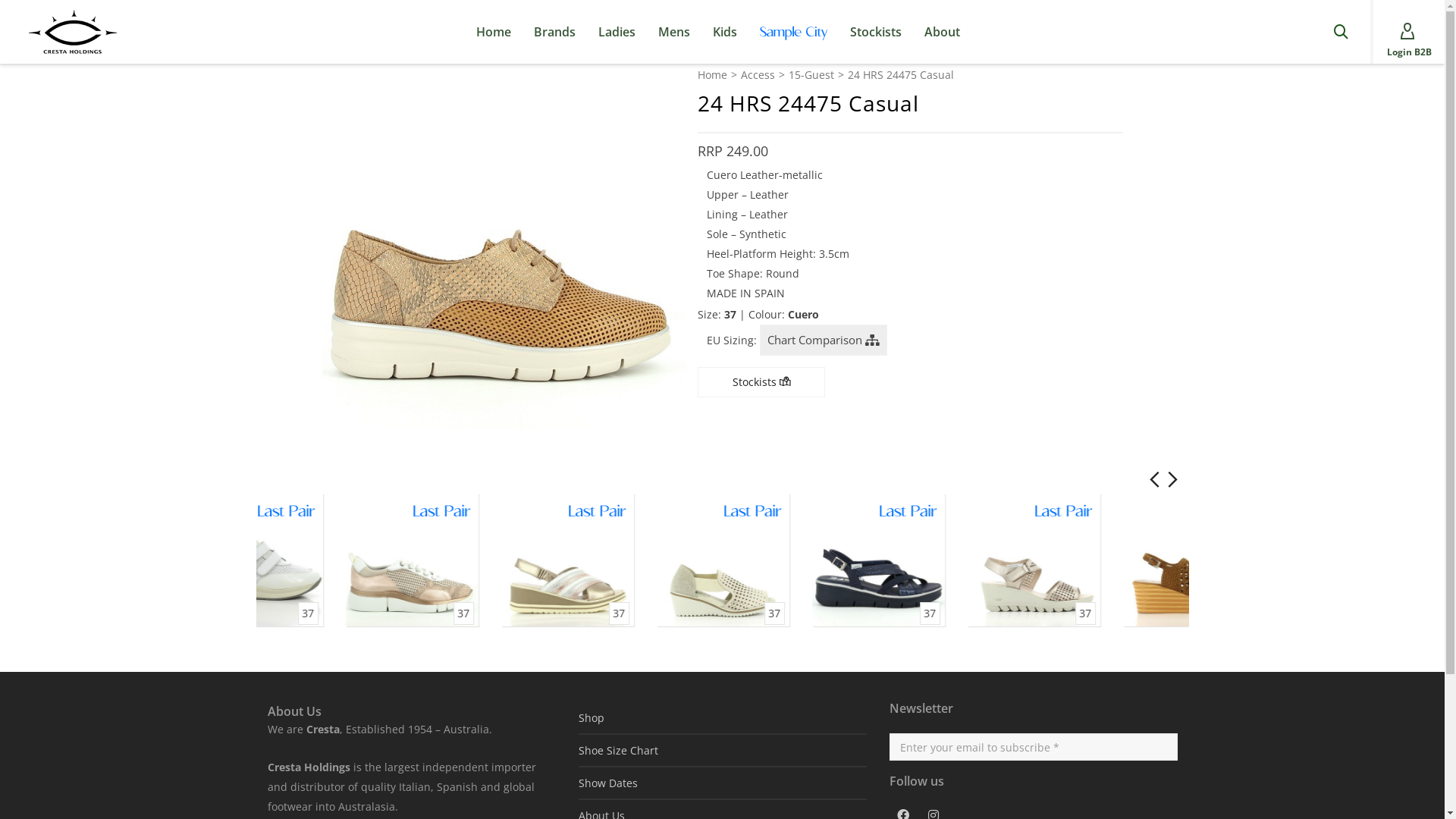 This screenshot has height=819, width=1456. Describe the element at coordinates (941, 32) in the screenshot. I see `'About'` at that location.